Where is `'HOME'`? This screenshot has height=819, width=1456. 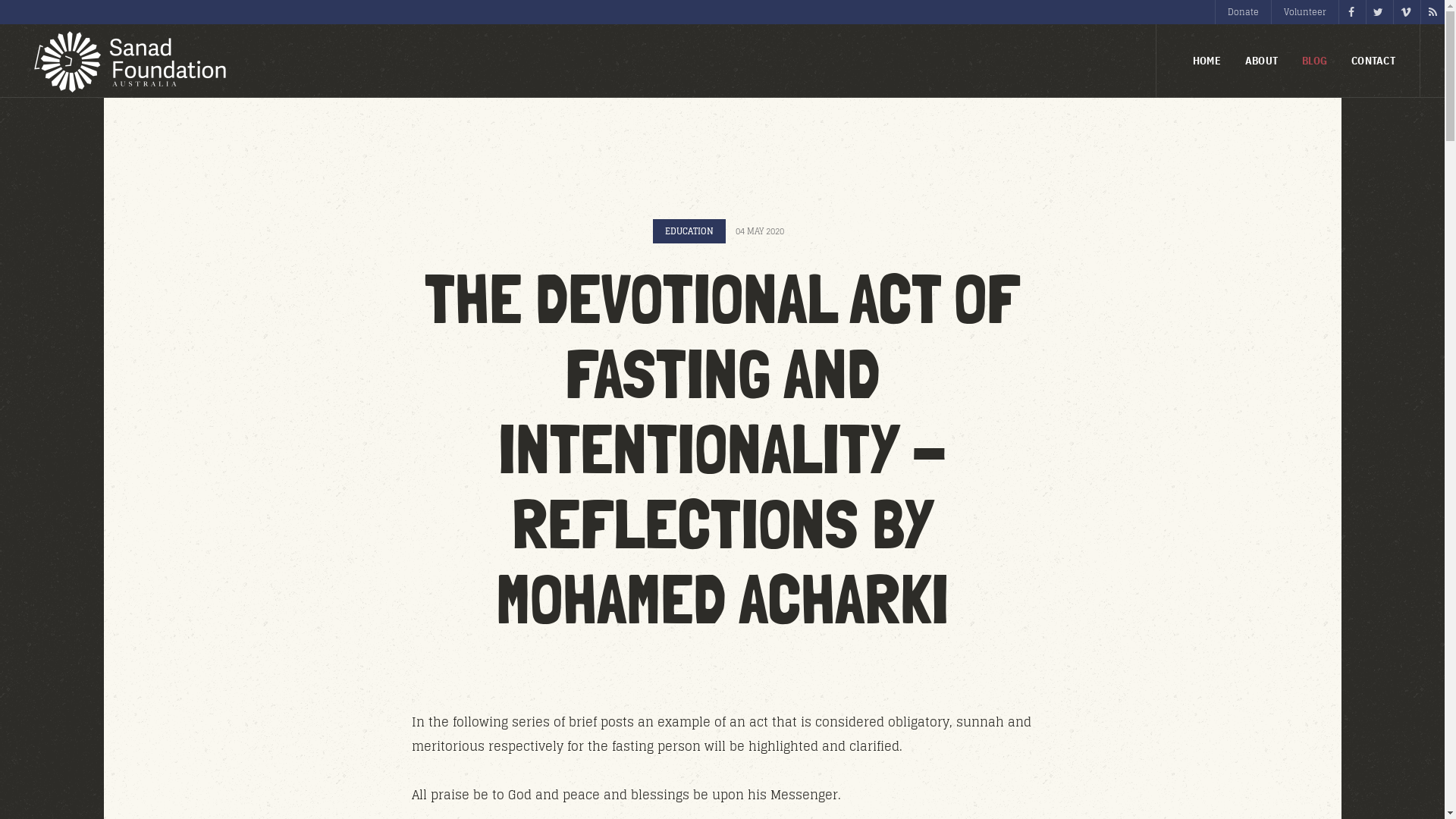 'HOME' is located at coordinates (1206, 60).